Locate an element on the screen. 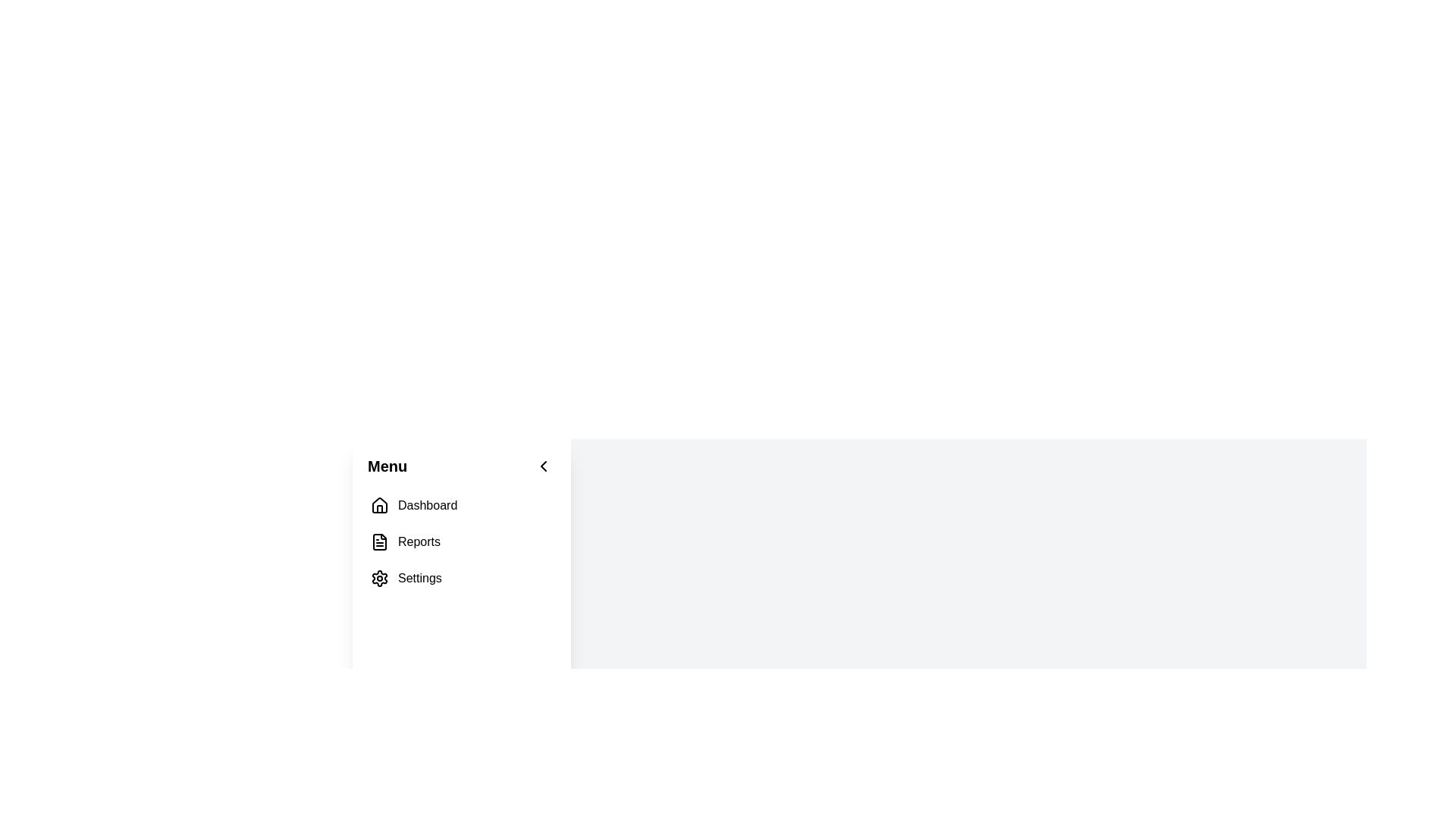 The width and height of the screenshot is (1456, 819). the document icon in the sidebar menu is located at coordinates (379, 541).